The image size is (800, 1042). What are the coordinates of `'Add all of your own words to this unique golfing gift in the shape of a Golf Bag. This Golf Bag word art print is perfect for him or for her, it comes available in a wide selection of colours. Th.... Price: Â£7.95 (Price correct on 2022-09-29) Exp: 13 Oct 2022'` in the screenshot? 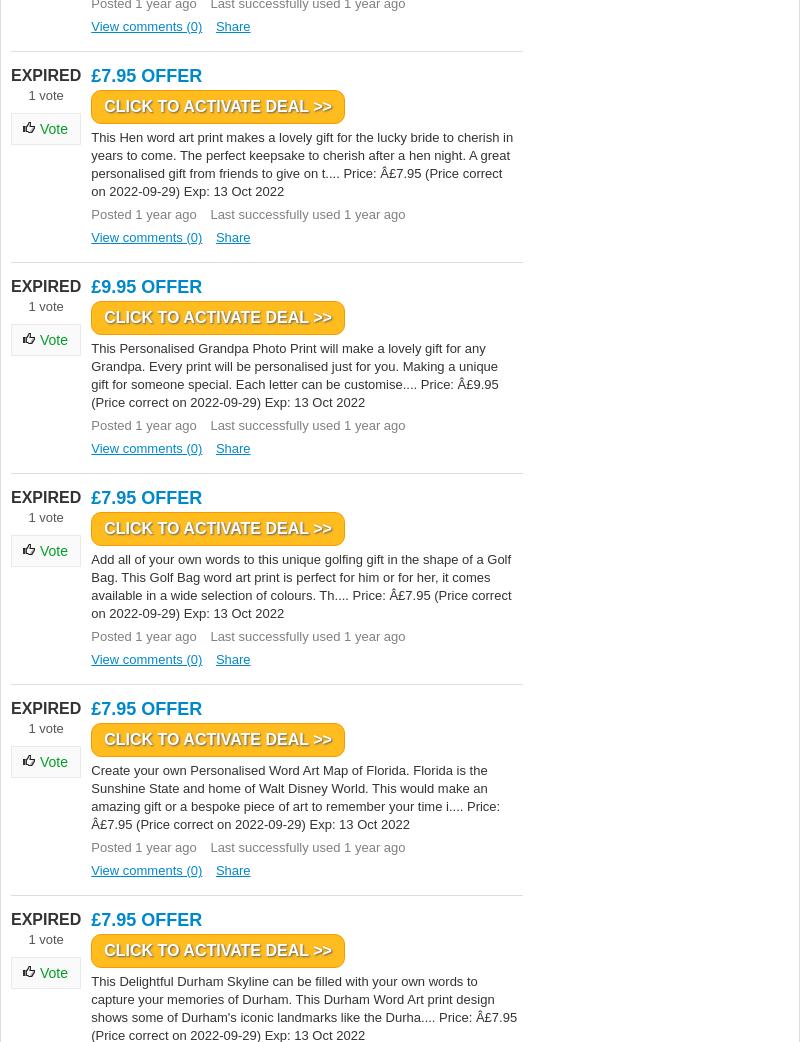 It's located at (300, 585).